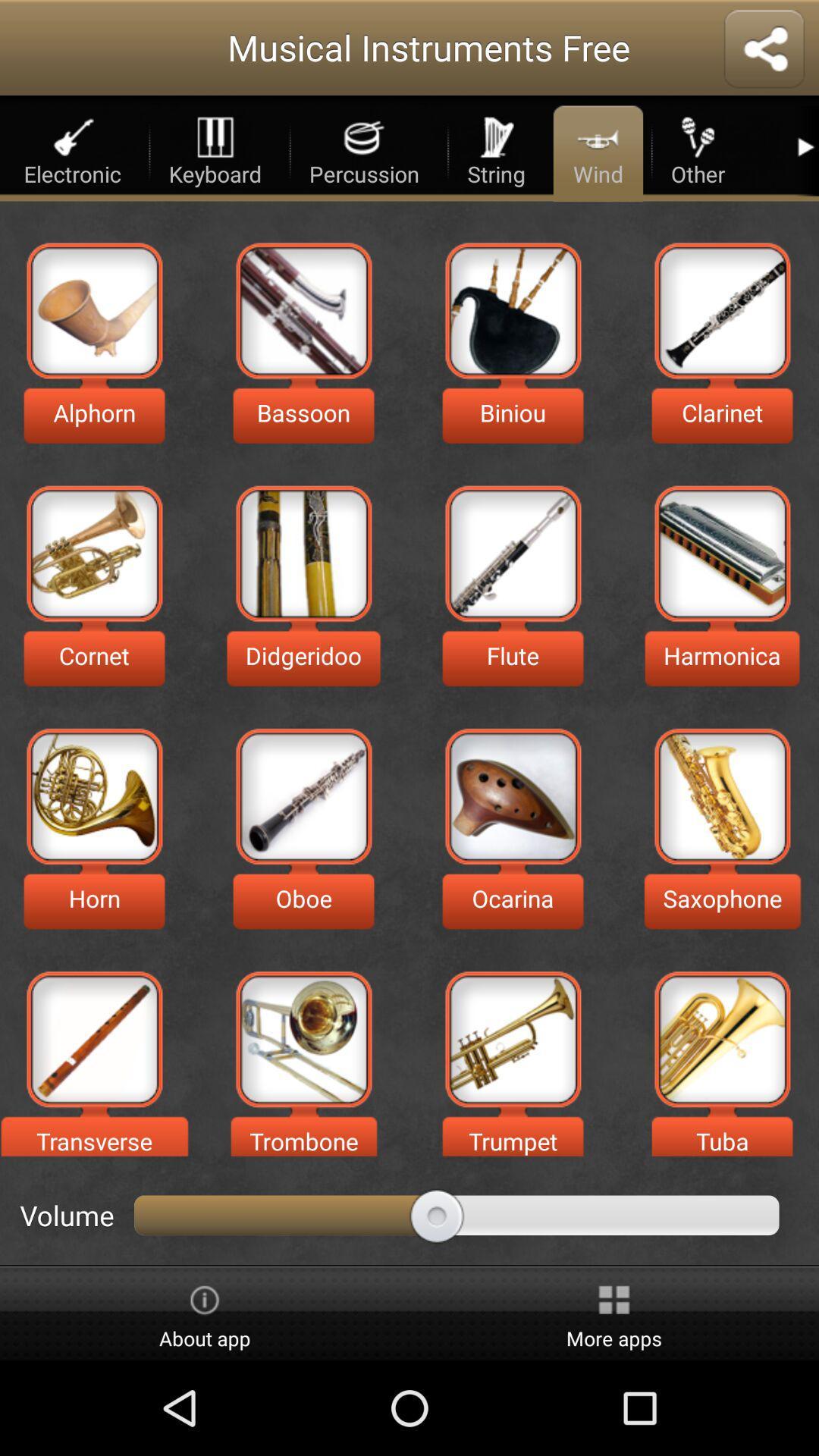  What do you see at coordinates (764, 50) in the screenshot?
I see `share button` at bounding box center [764, 50].